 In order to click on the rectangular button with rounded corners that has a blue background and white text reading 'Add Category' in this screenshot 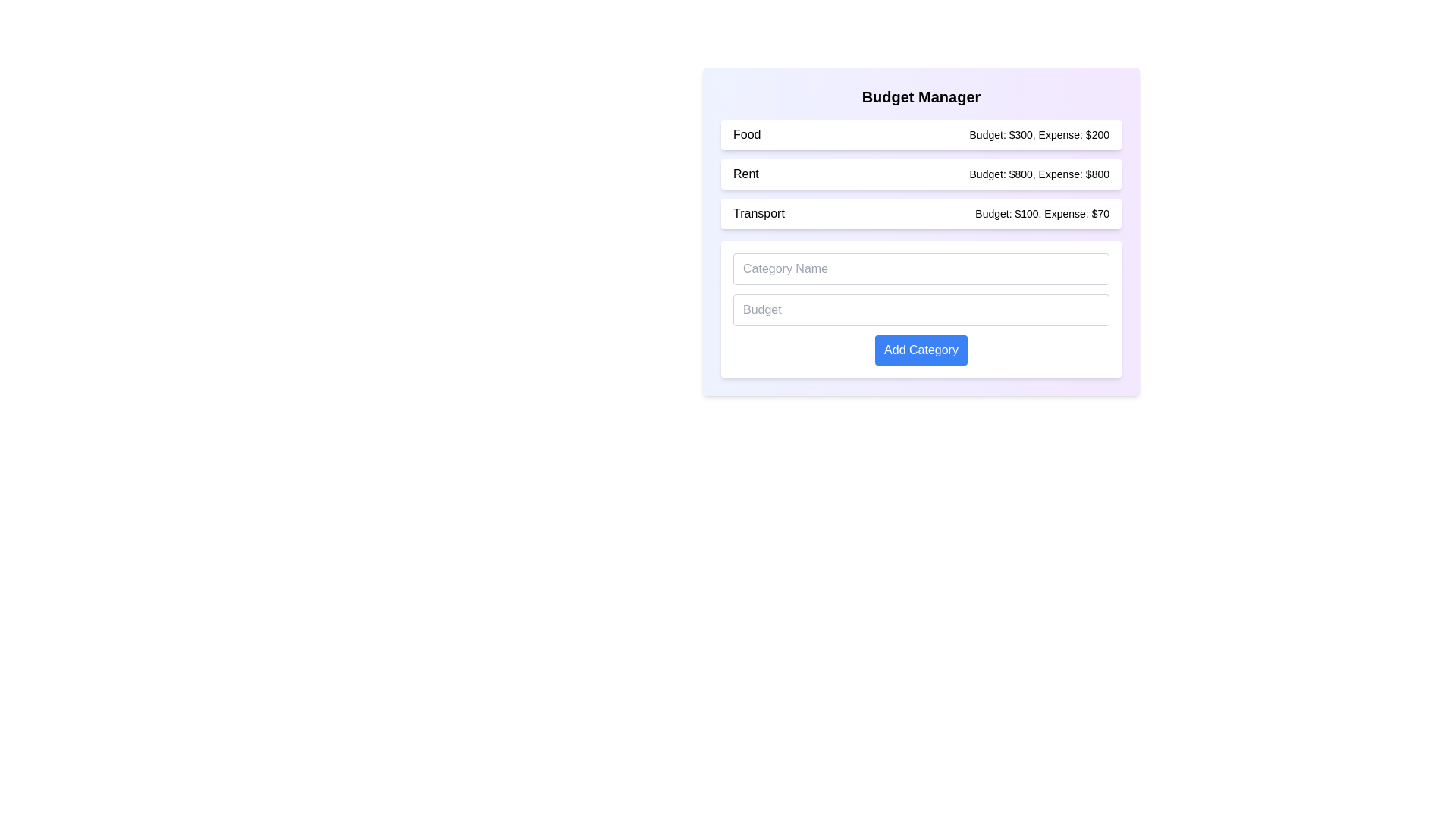, I will do `click(920, 350)`.